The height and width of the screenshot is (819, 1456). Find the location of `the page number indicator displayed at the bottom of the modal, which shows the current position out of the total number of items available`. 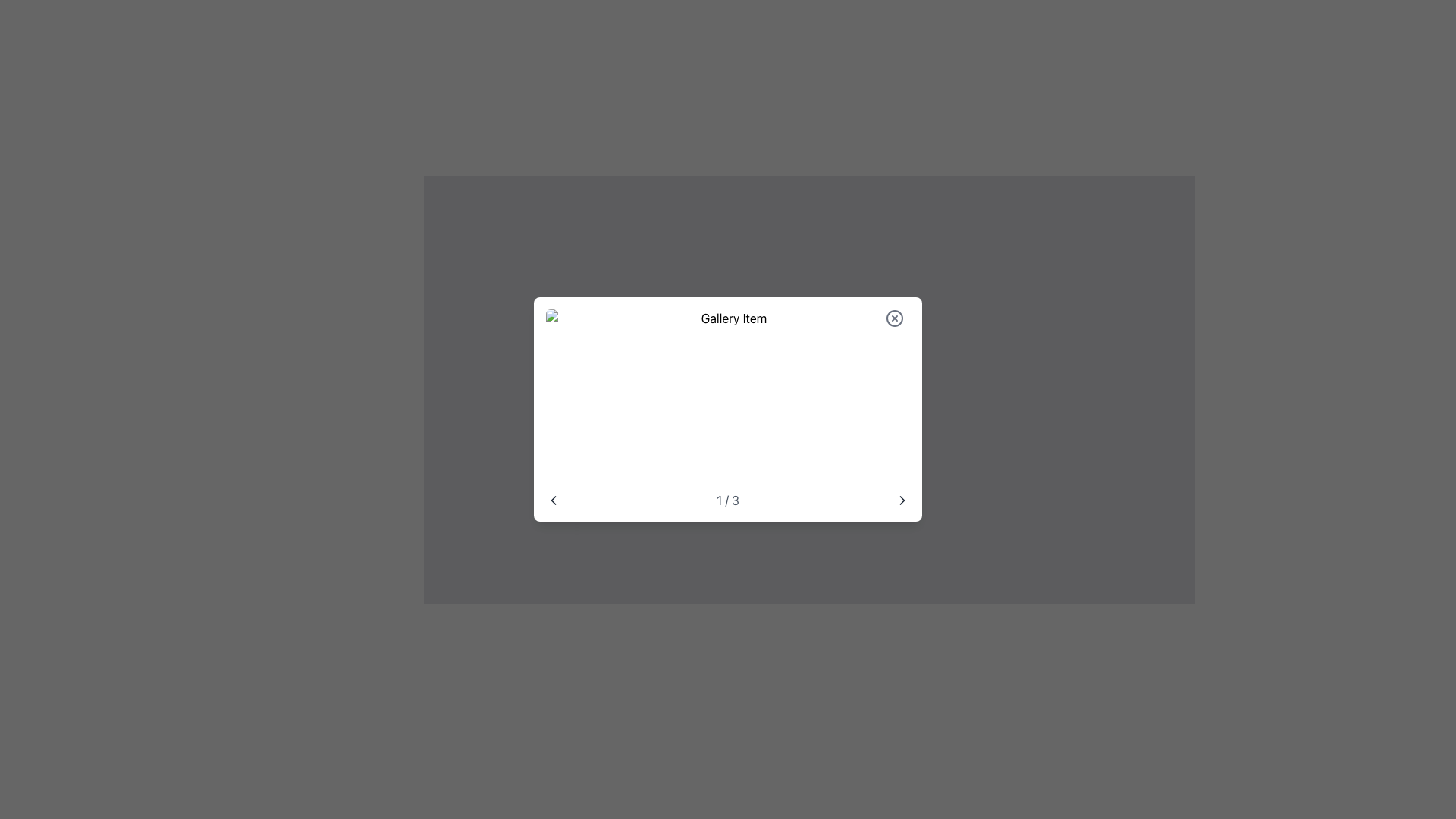

the page number indicator displayed at the bottom of the modal, which shows the current position out of the total number of items available is located at coordinates (728, 500).